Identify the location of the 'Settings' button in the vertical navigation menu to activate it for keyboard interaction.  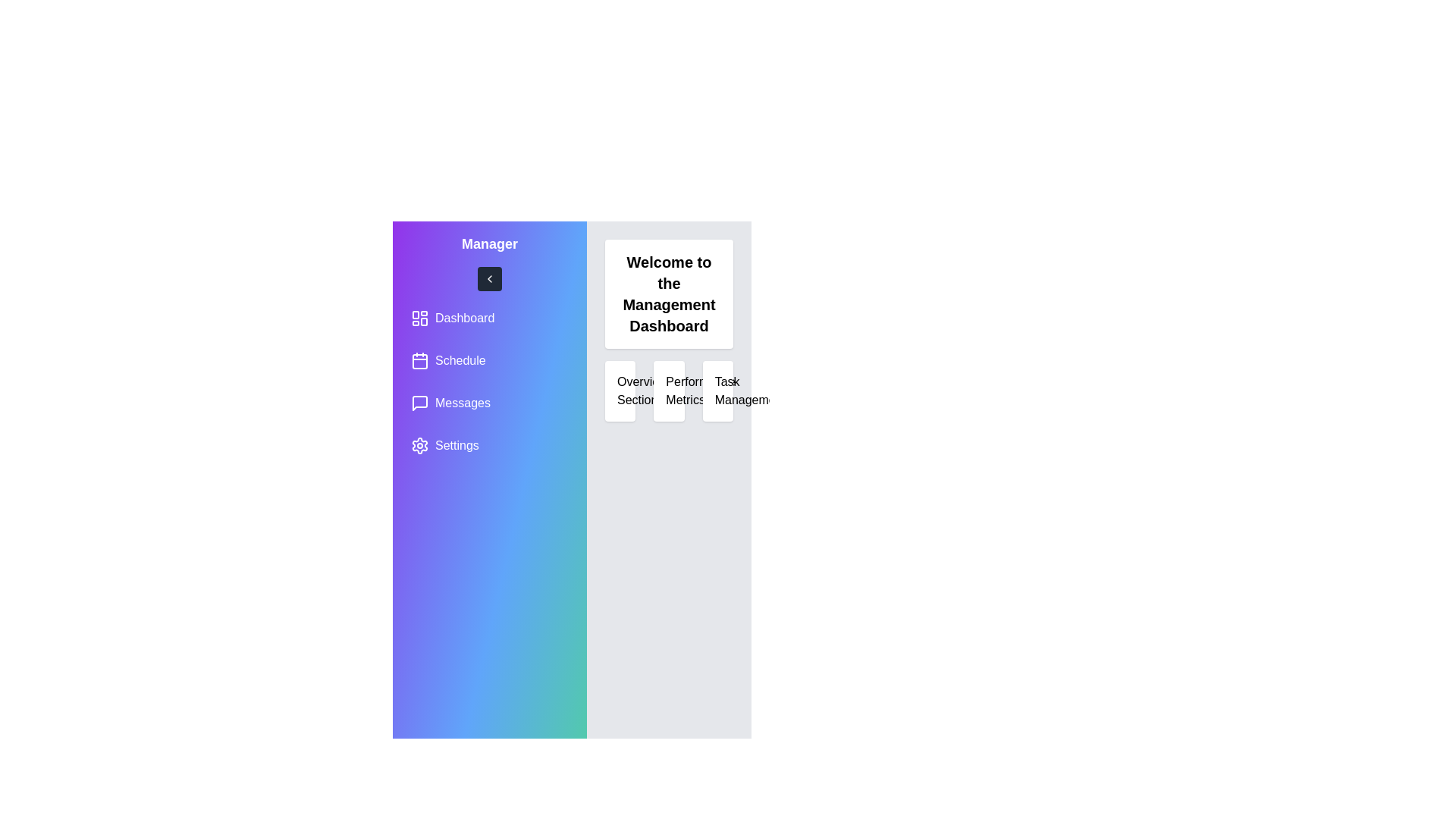
(490, 444).